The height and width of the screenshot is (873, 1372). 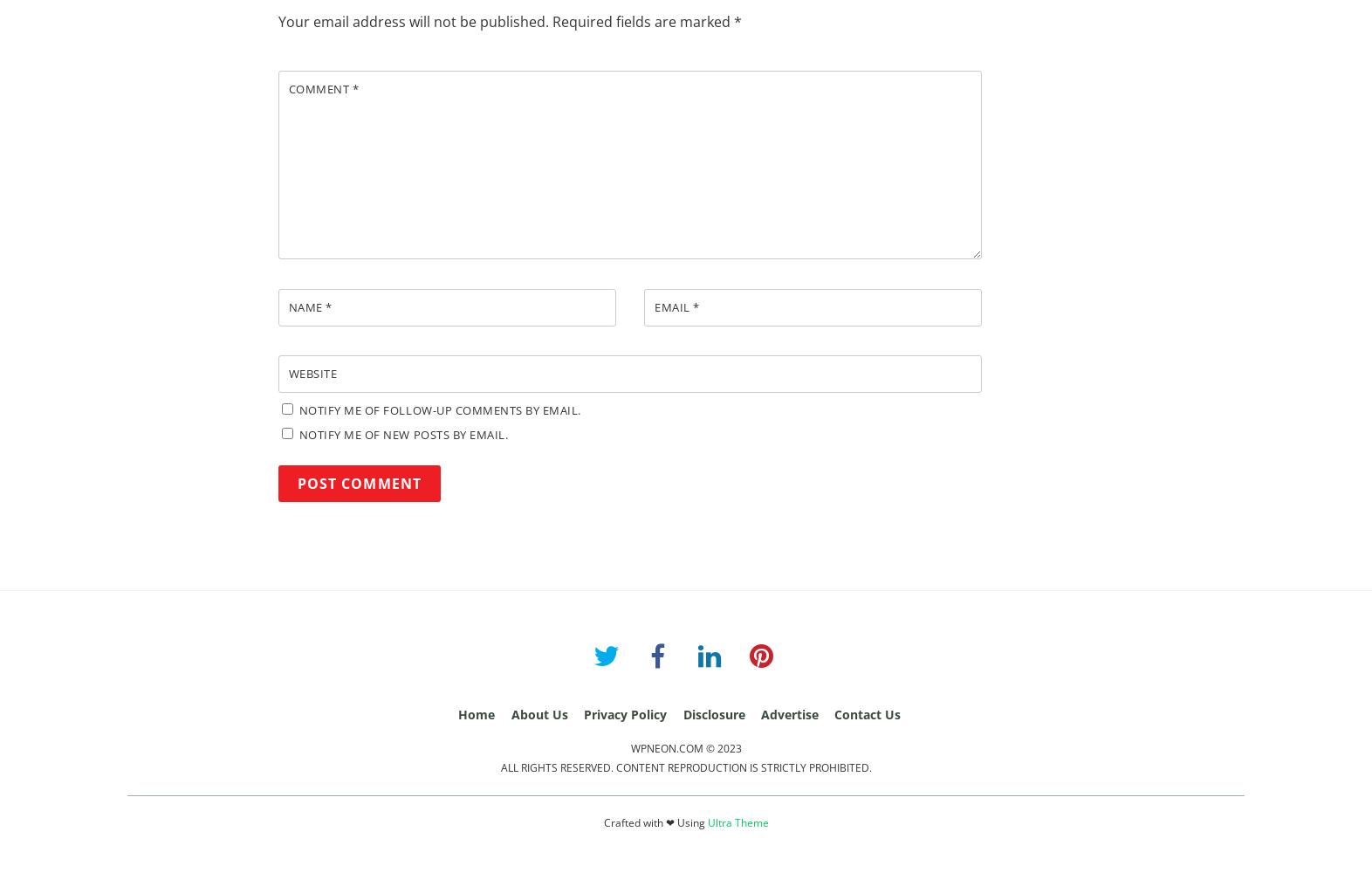 I want to click on 'About Us', so click(x=539, y=713).